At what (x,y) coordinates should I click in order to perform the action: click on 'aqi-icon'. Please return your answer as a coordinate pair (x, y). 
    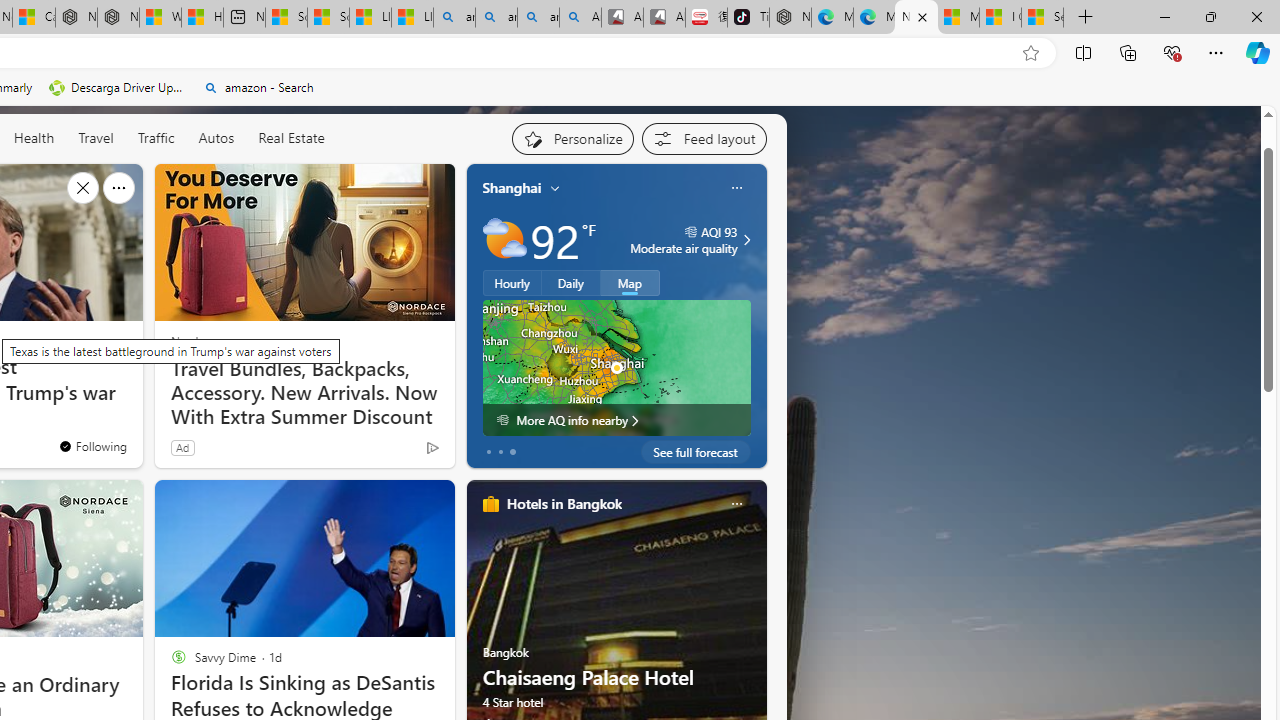
    Looking at the image, I should click on (691, 231).